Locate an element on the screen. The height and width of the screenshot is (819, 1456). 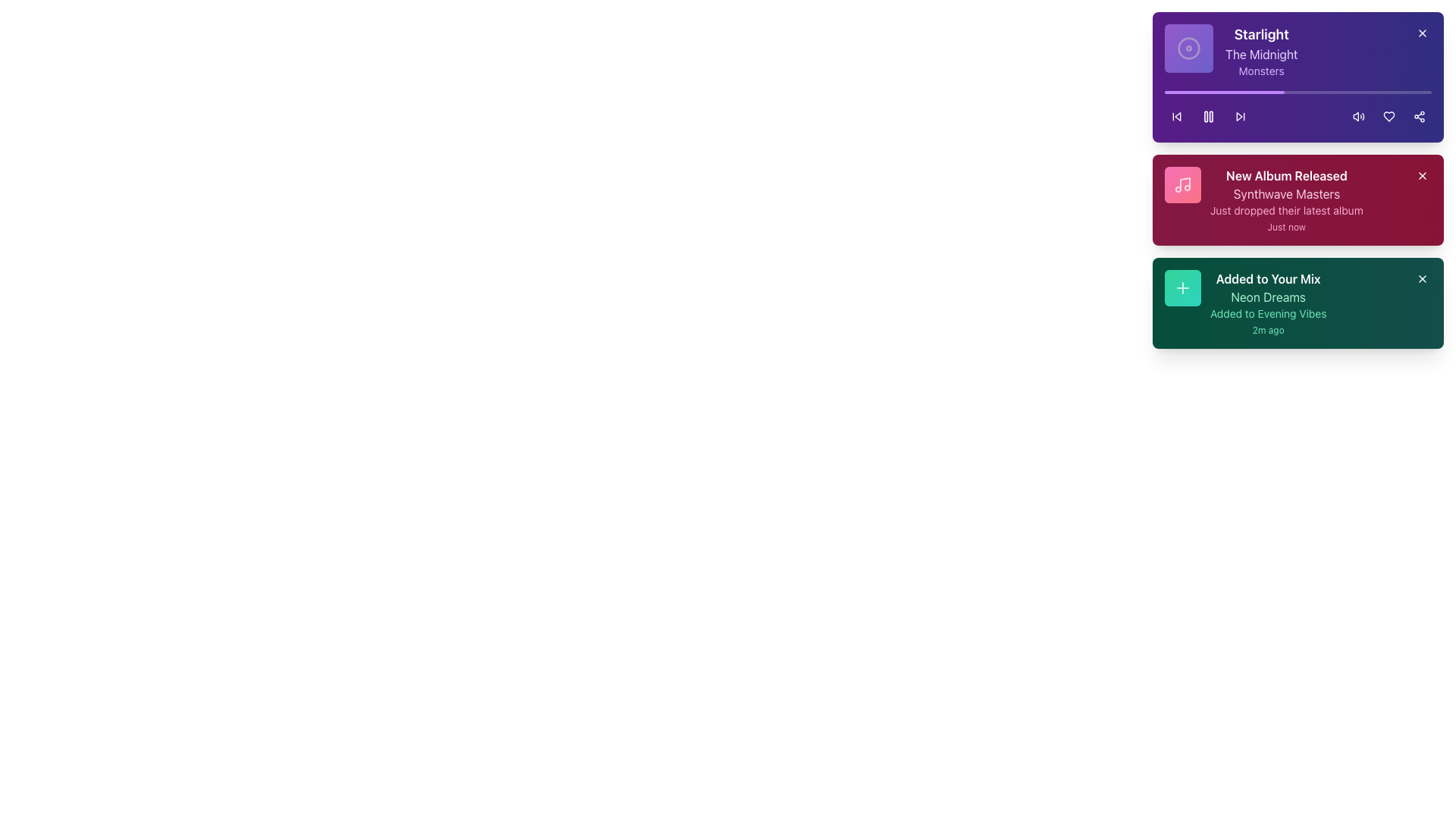
the dismiss button styled with an 'X' icon located at the top-right corner of the card displaying the track 'Starlight' by 'The Midnight' is located at coordinates (1422, 33).